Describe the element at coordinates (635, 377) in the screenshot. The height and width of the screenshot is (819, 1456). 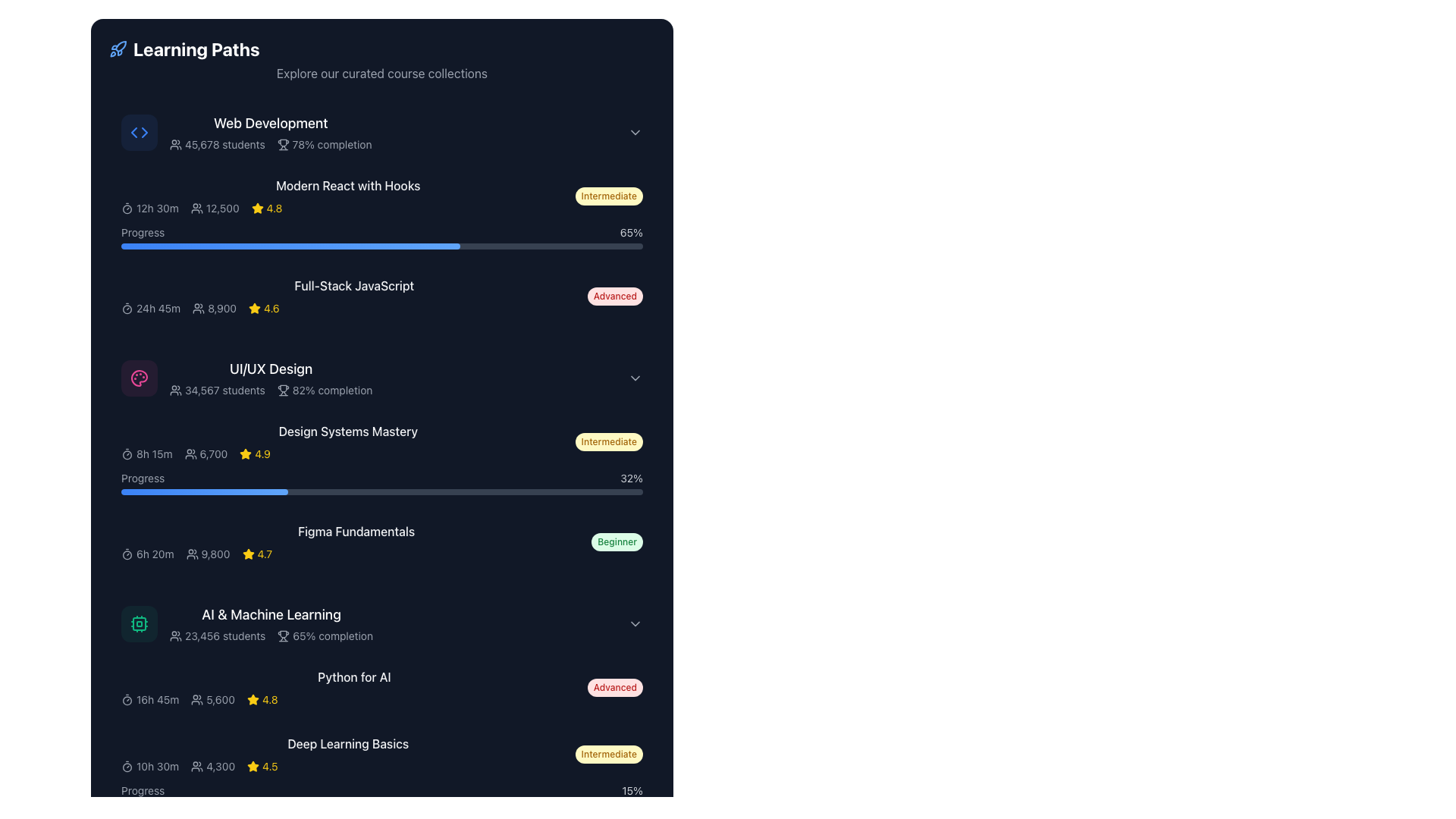
I see `the downward chevron icon indicator located to the far right of the 'UI/UX Design' section, in line with the '82% completion' text` at that location.